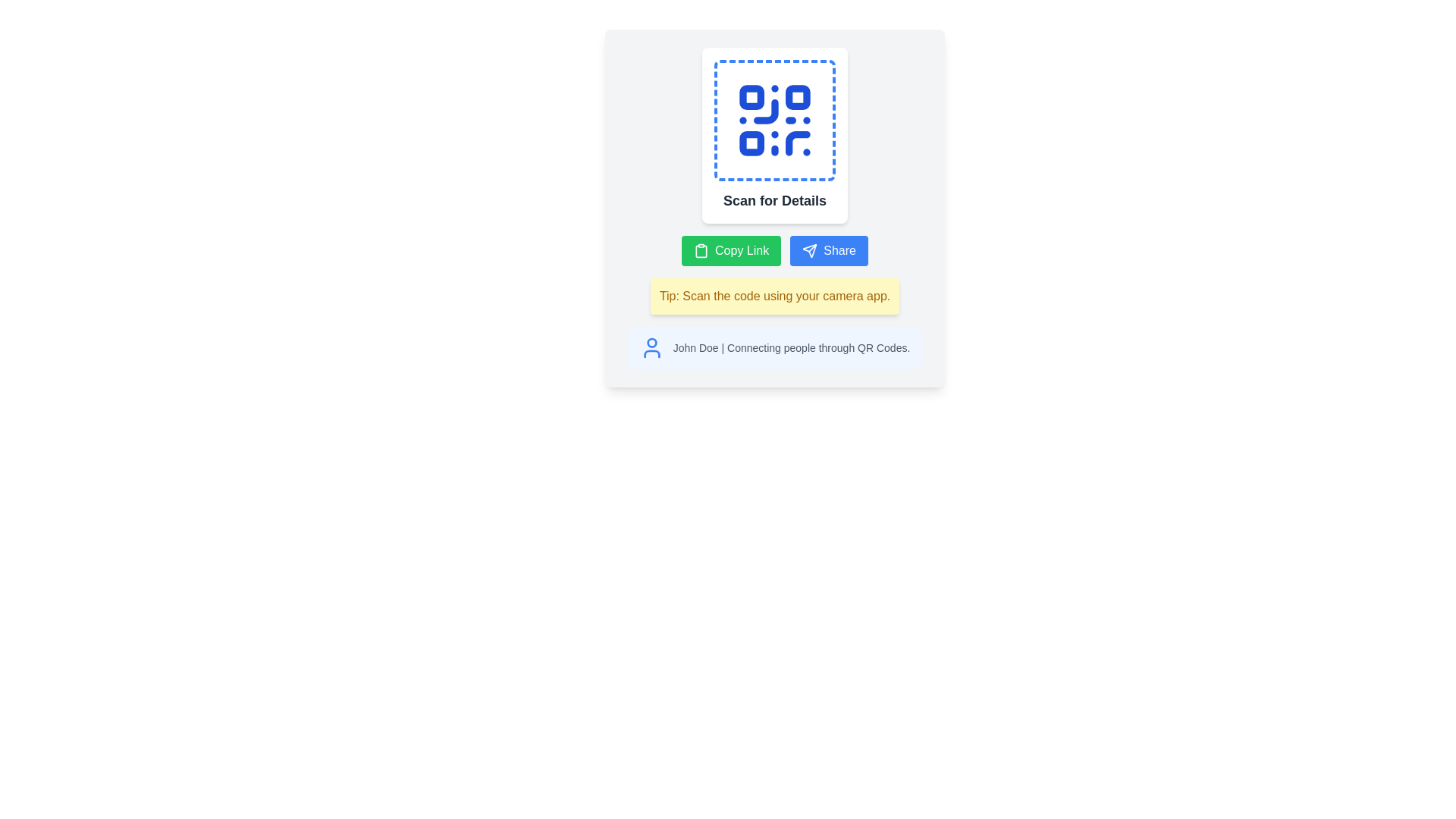 This screenshot has height=819, width=1456. What do you see at coordinates (790, 348) in the screenshot?
I see `static text element displaying 'John Doe | Connecting people through QR Codes.' located within a blue-bordered rounded rectangle at the bottom of the interface, to the right of a blue user icon` at bounding box center [790, 348].